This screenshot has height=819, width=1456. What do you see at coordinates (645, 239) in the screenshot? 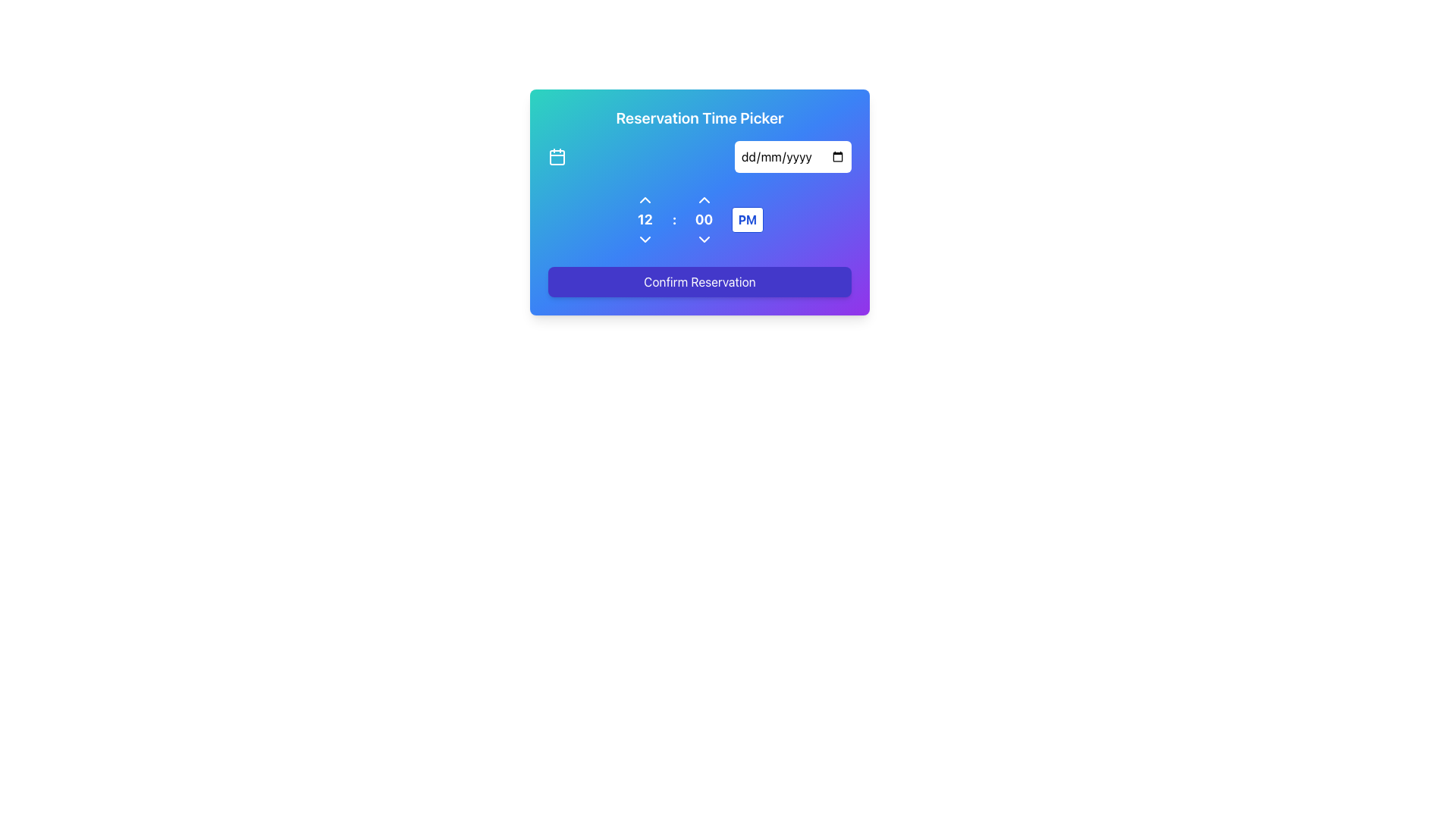
I see `the button located below the digit '12' in the time selection interface to decrease the hour value` at bounding box center [645, 239].